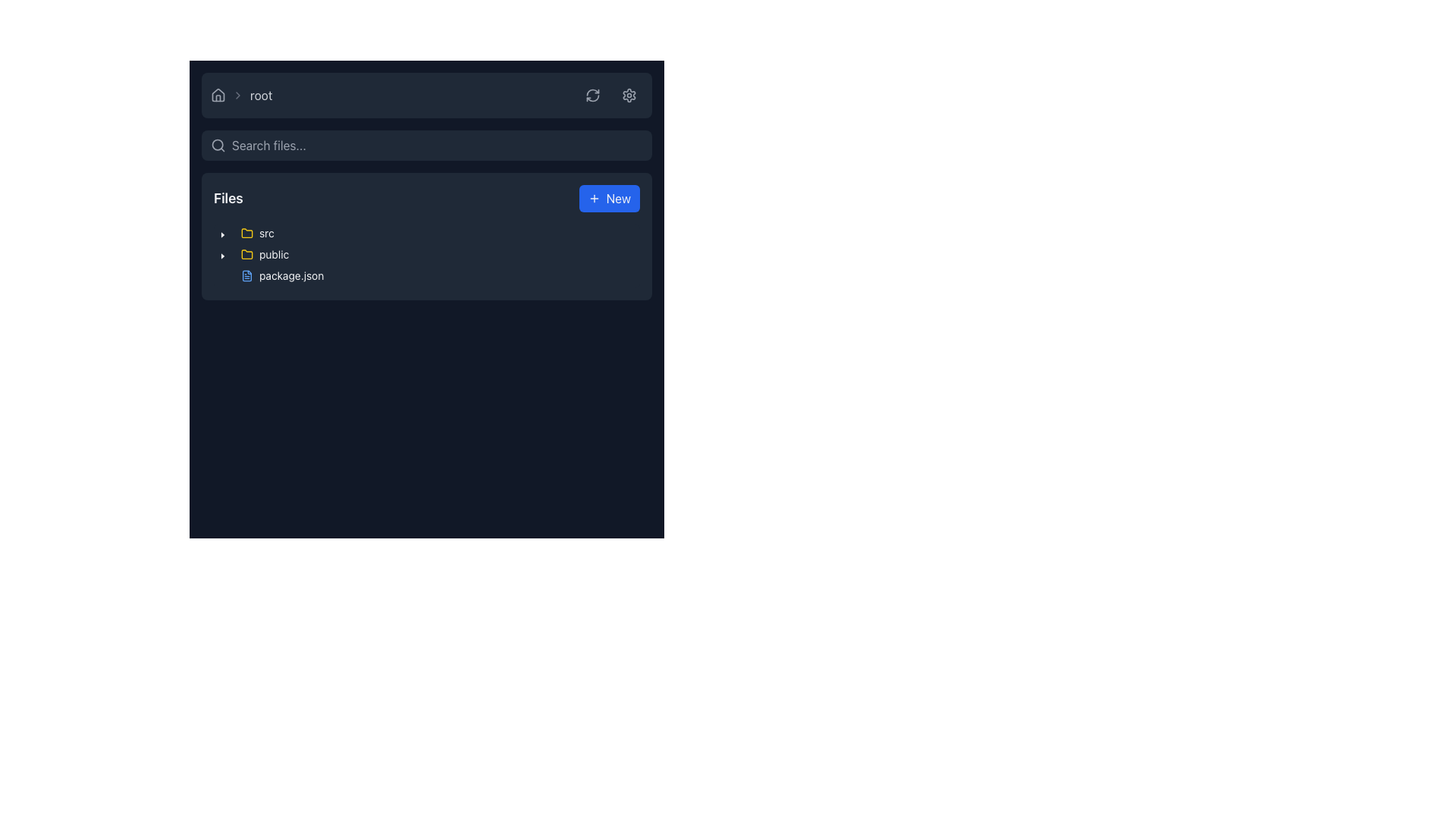 The image size is (1456, 819). What do you see at coordinates (593, 198) in the screenshot?
I see `the SVG icon to the left of the 'New' button in the top right corner of the dark-themed interface` at bounding box center [593, 198].